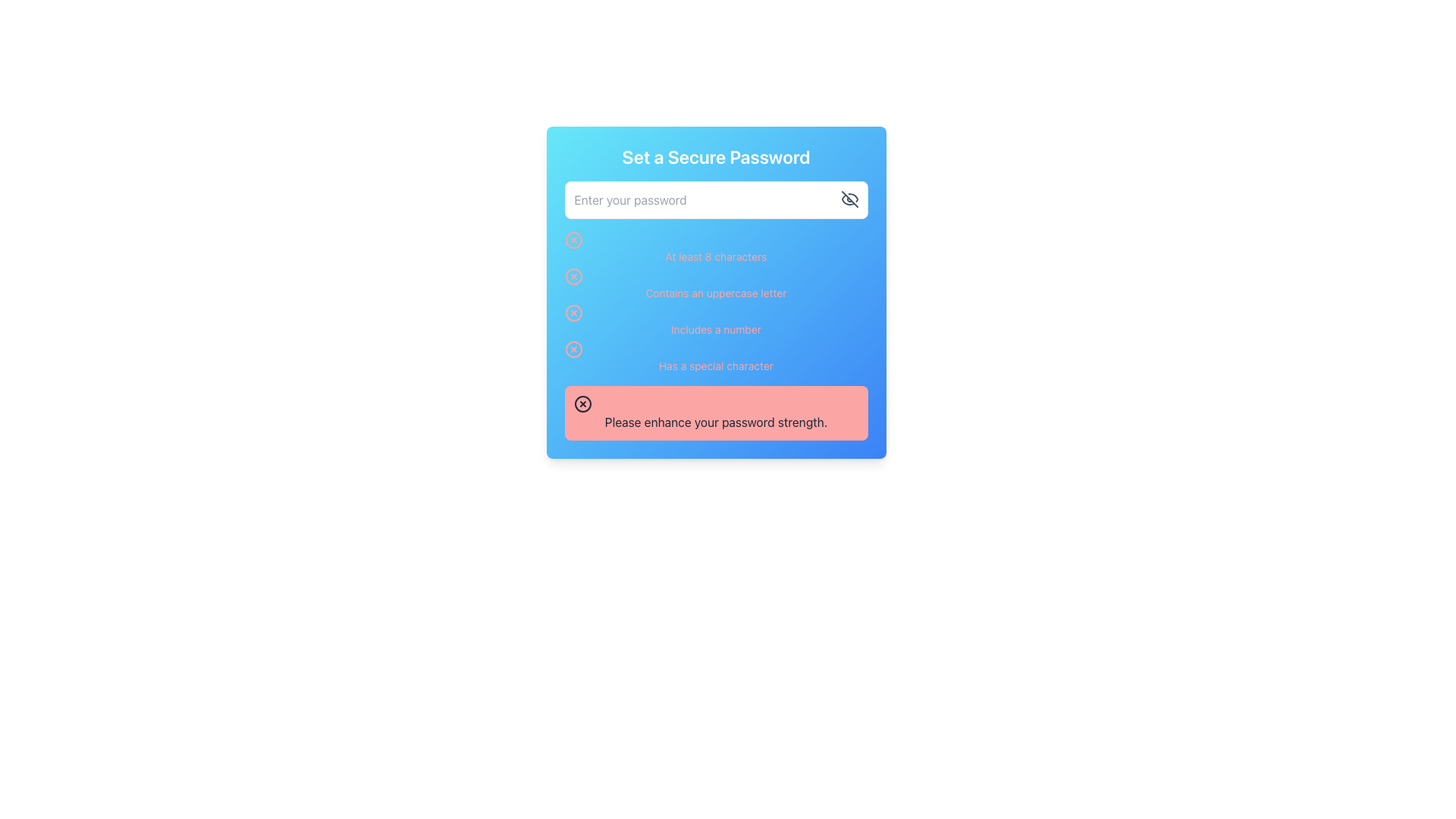 Image resolution: width=1456 pixels, height=819 pixels. What do you see at coordinates (573, 277) in the screenshot?
I see `the second visual icon in the password validation section that indicates the criterion 'Contains an uppercase letter' is not satisfied` at bounding box center [573, 277].